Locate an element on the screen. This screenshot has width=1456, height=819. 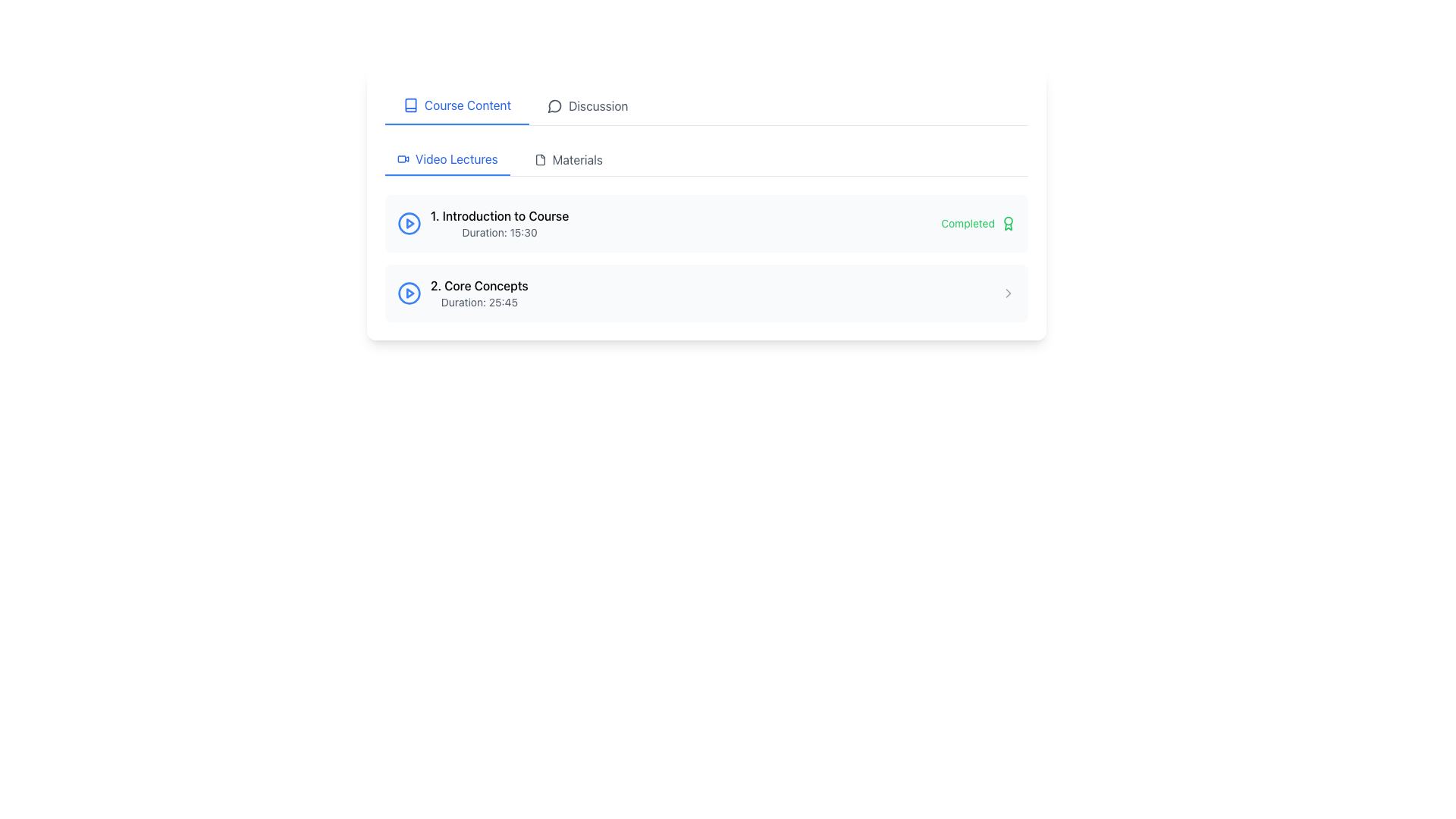
the 'Discussion' Tab Navigation Button, which features a speech bubble icon and is styled in gray is located at coordinates (587, 105).